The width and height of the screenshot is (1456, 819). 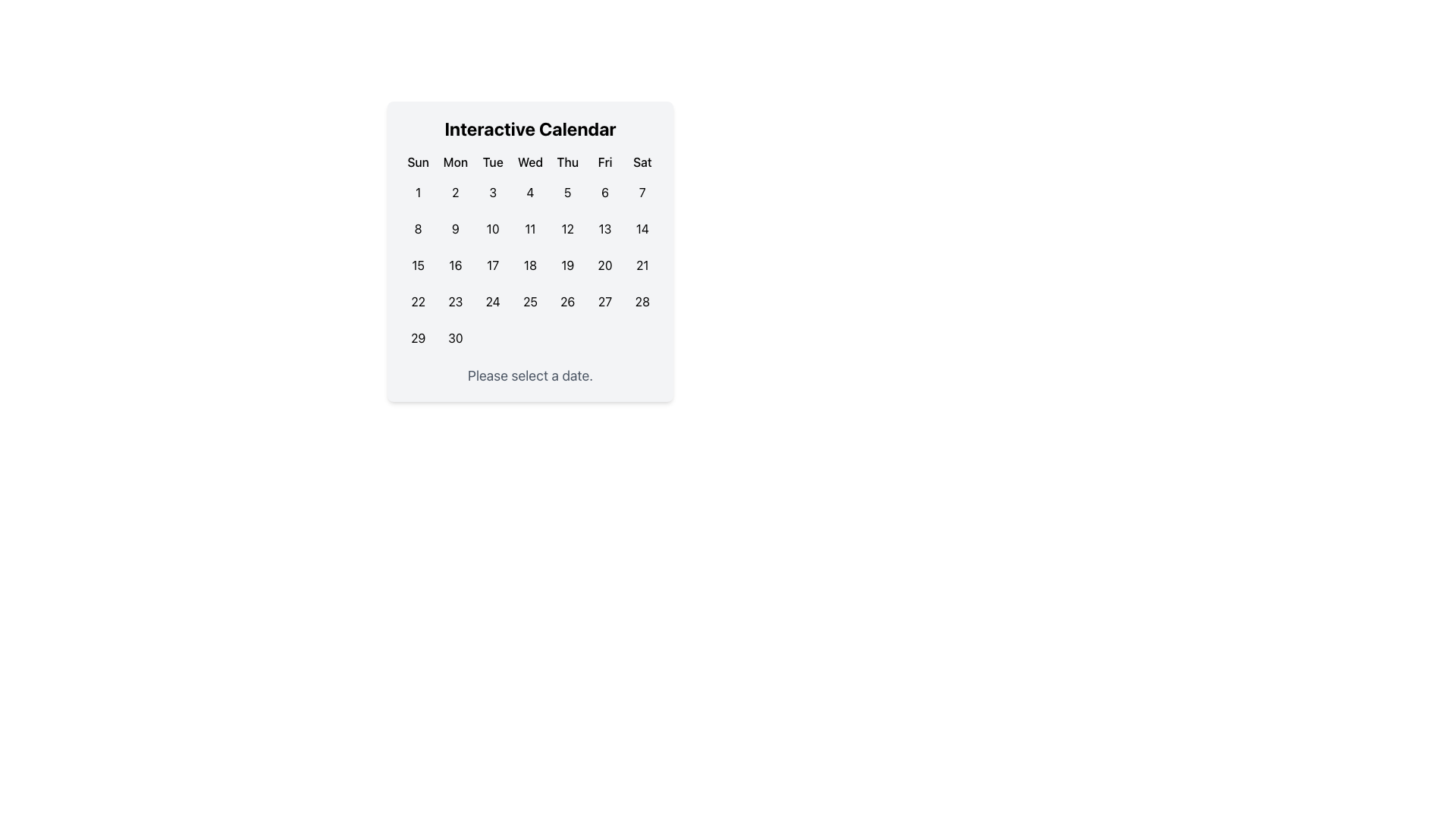 What do you see at coordinates (418, 192) in the screenshot?
I see `the rectangular box containing the numeral '1' in the calendar grid` at bounding box center [418, 192].